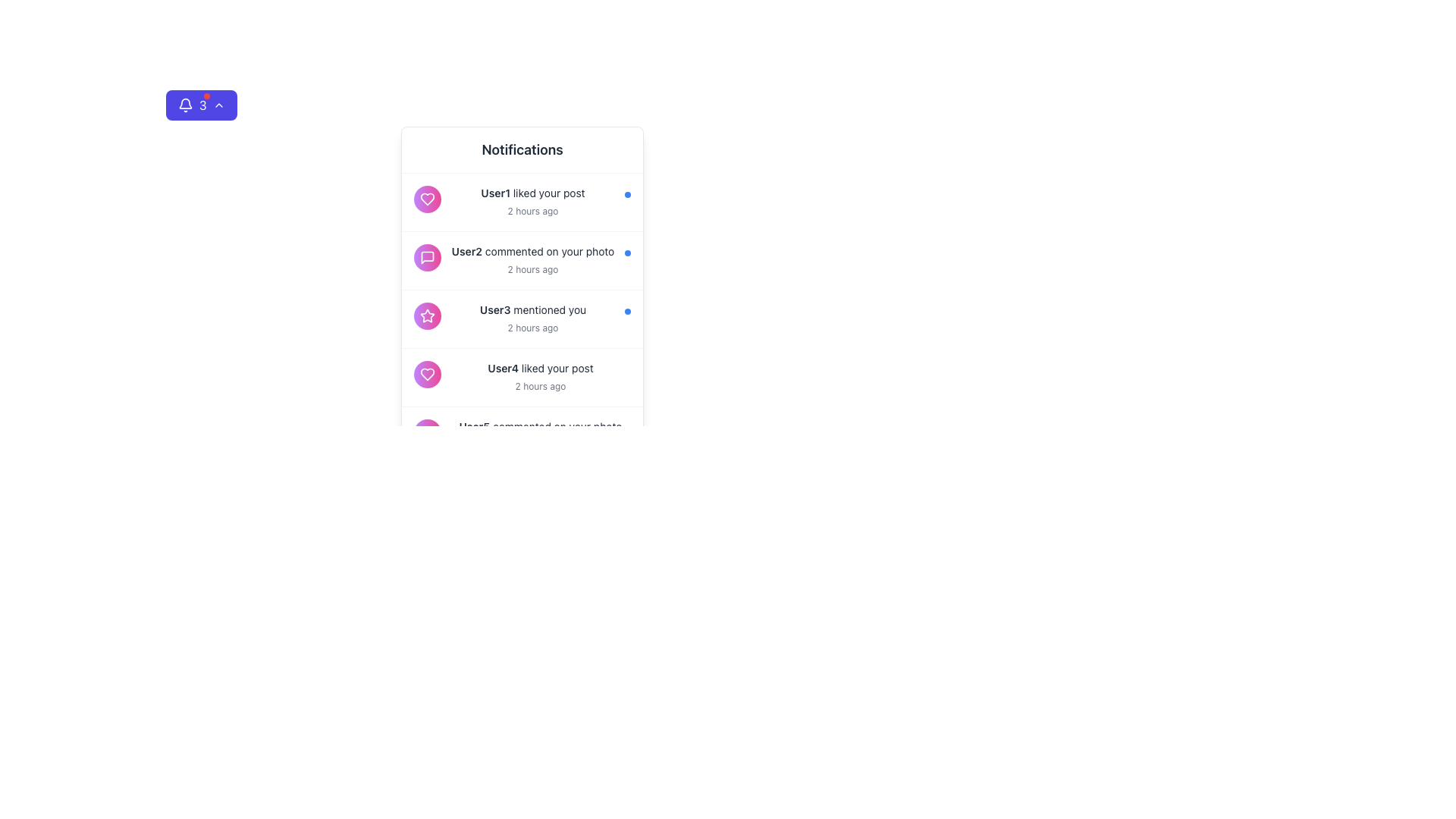 The height and width of the screenshot is (819, 1456). Describe the element at coordinates (427, 315) in the screenshot. I see `the Decorative icon, which is a circular icon with a gradient color pattern from purple to pink and a white star in the center, located to the left of the notification text 'User3 mentioned you 2 hours ago'` at that location.